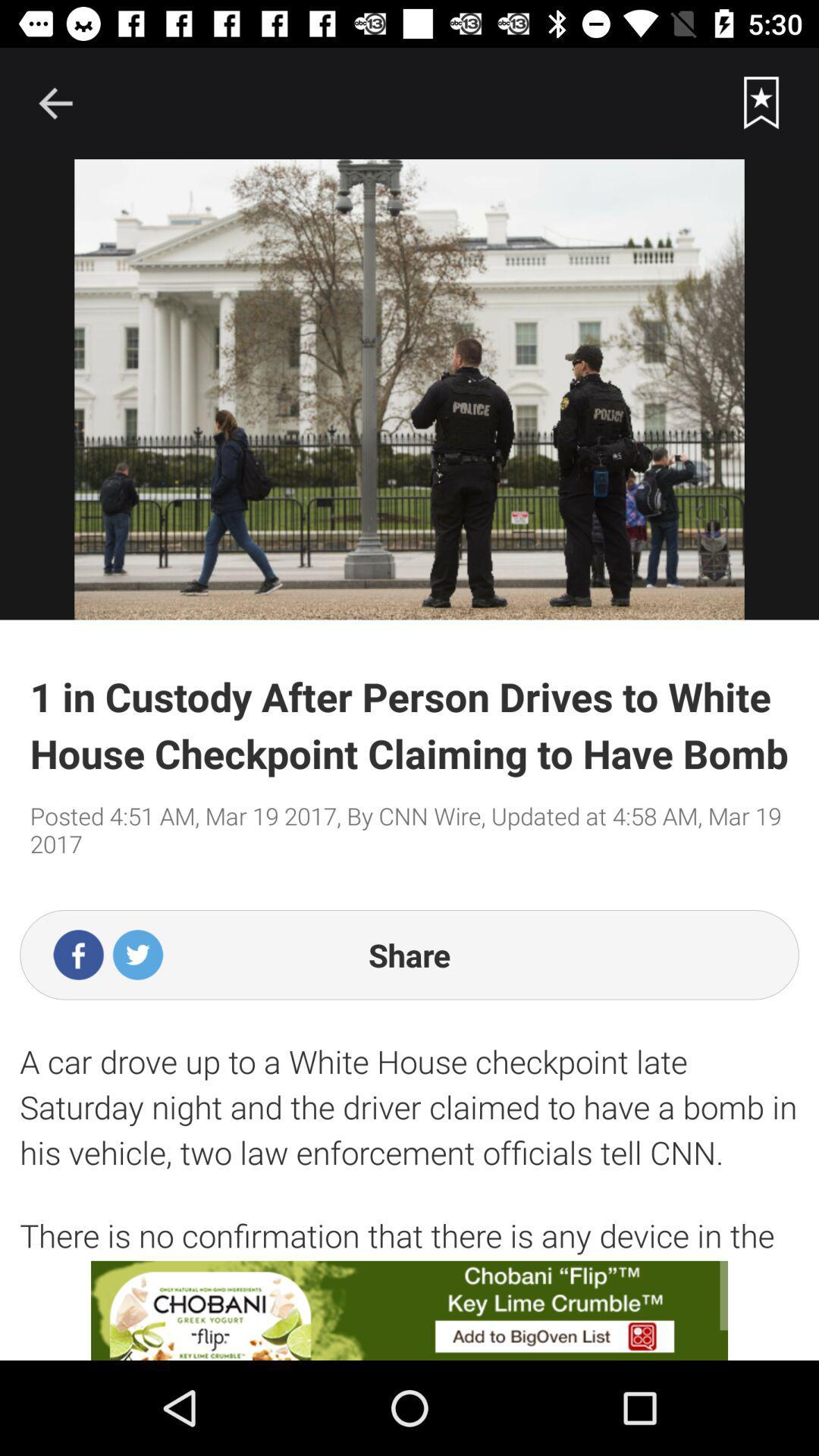 Image resolution: width=819 pixels, height=1456 pixels. I want to click on see advertisement, so click(409, 1310).